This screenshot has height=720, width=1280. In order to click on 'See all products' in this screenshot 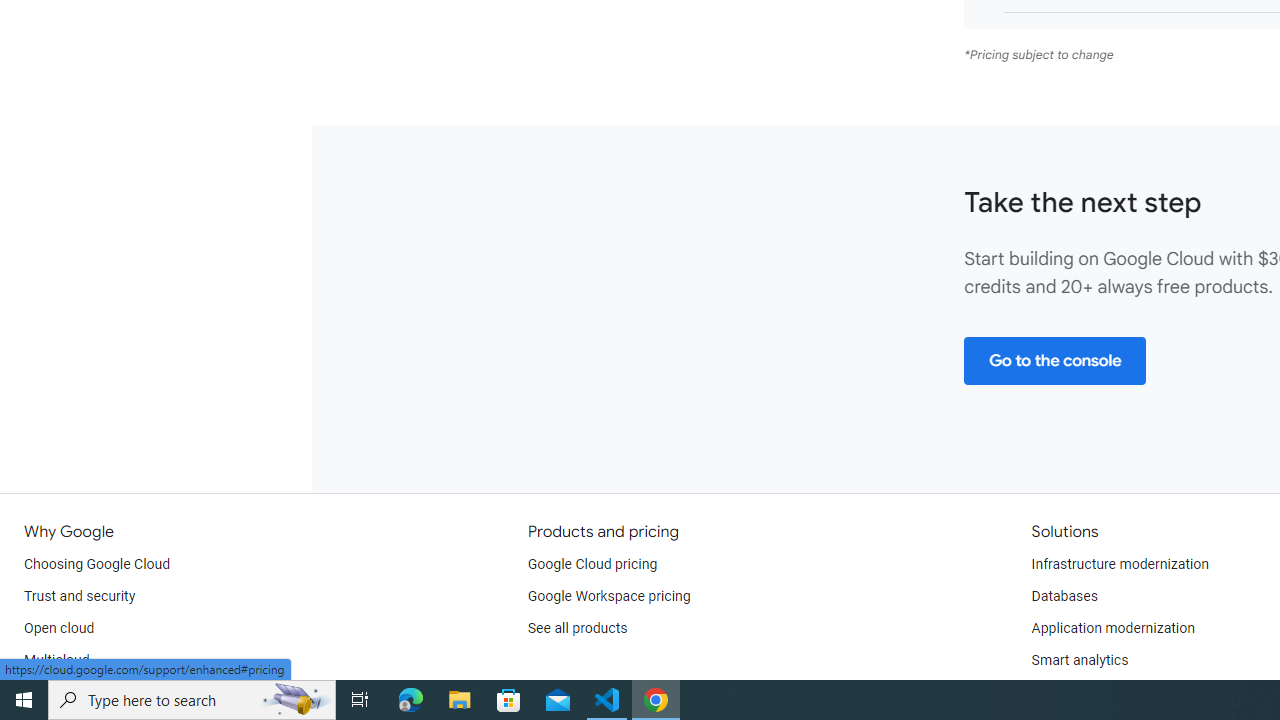, I will do `click(576, 627)`.